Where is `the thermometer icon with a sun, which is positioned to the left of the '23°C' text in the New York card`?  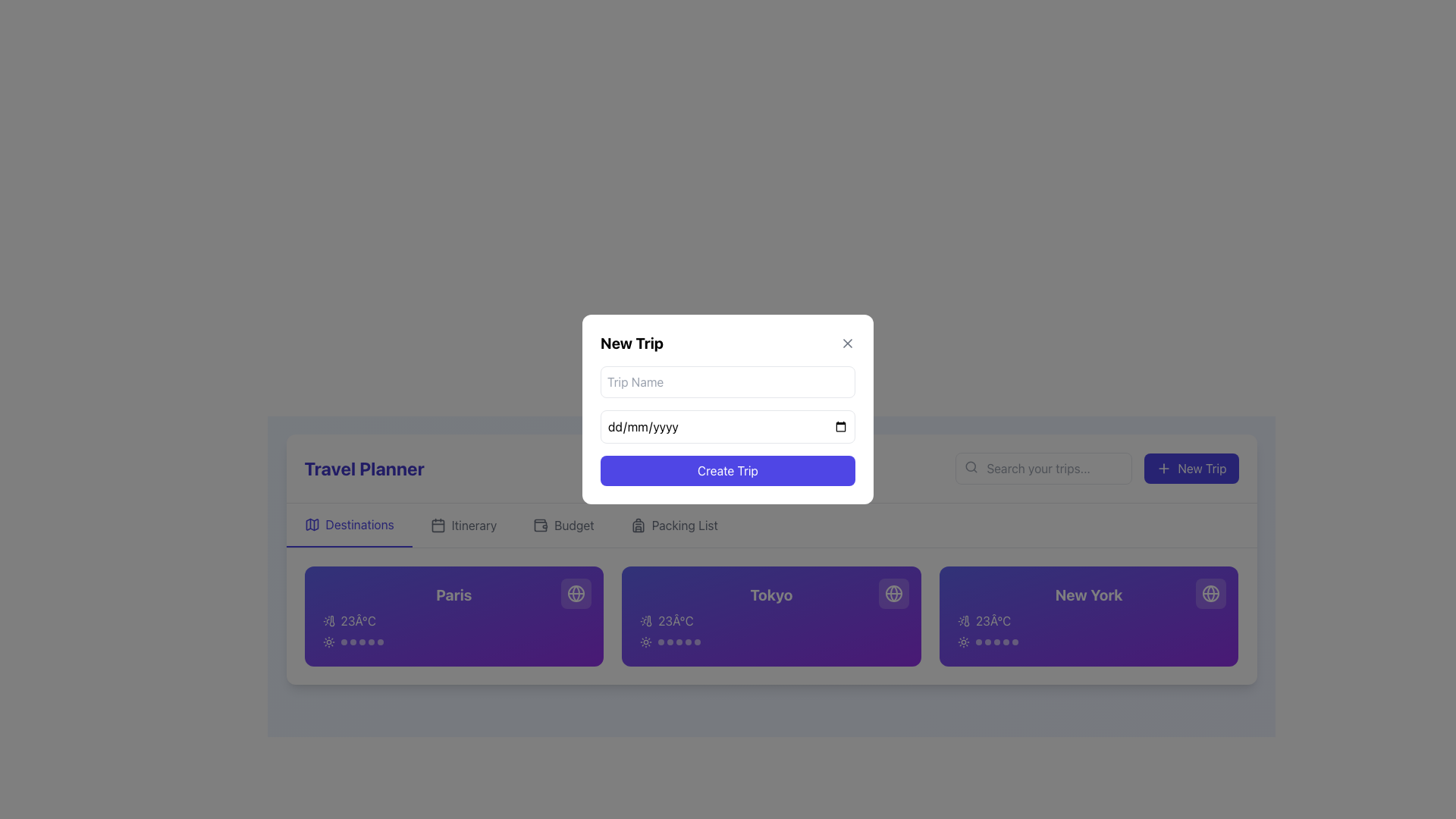 the thermometer icon with a sun, which is positioned to the left of the '23°C' text in the New York card is located at coordinates (962, 620).